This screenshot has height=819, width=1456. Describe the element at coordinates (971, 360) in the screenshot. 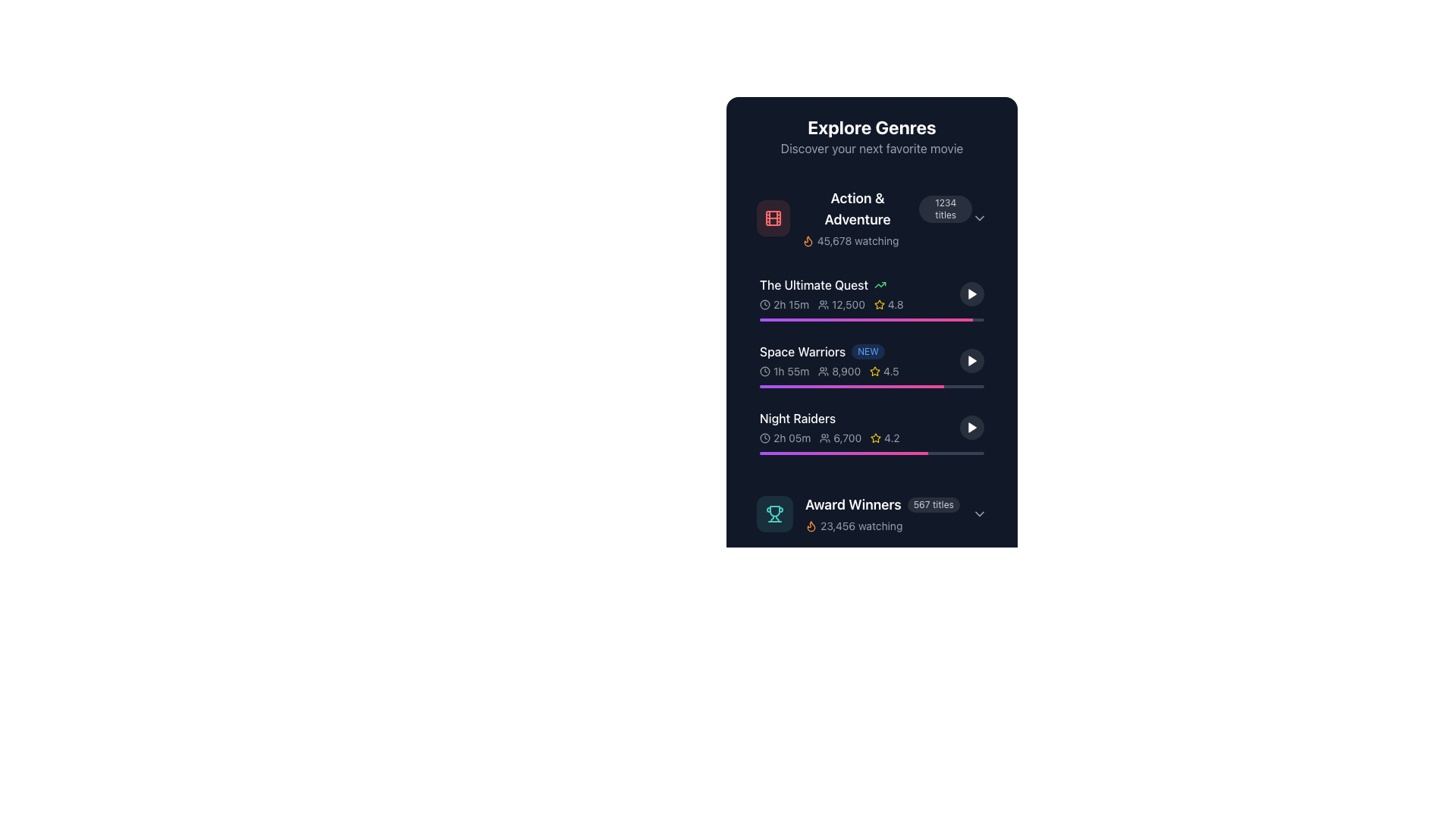

I see `the play button located to the far right of the 'Space Warriors' listing` at that location.